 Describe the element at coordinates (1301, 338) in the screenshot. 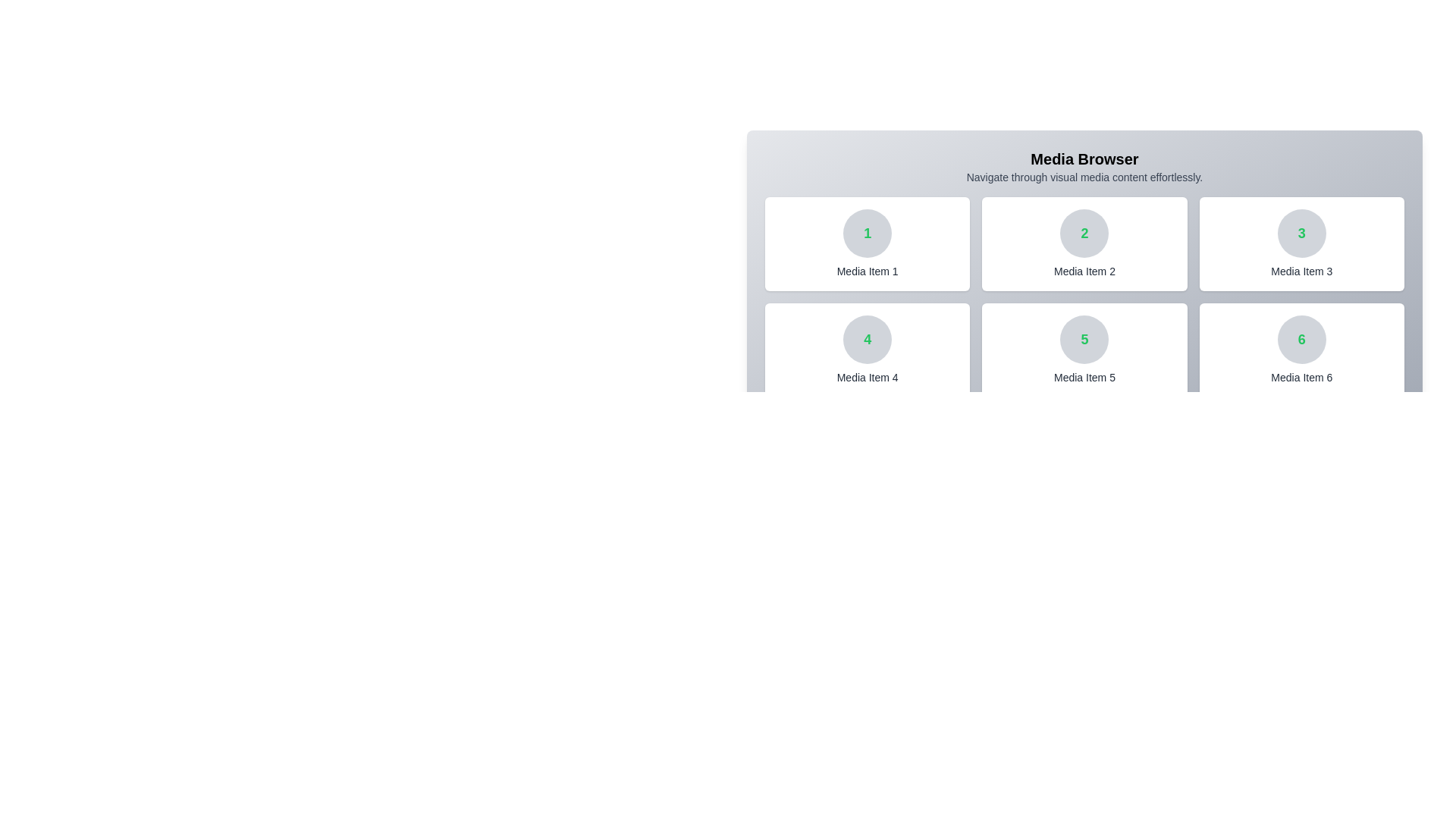

I see `the button representing the sixth media item in the grid` at that location.